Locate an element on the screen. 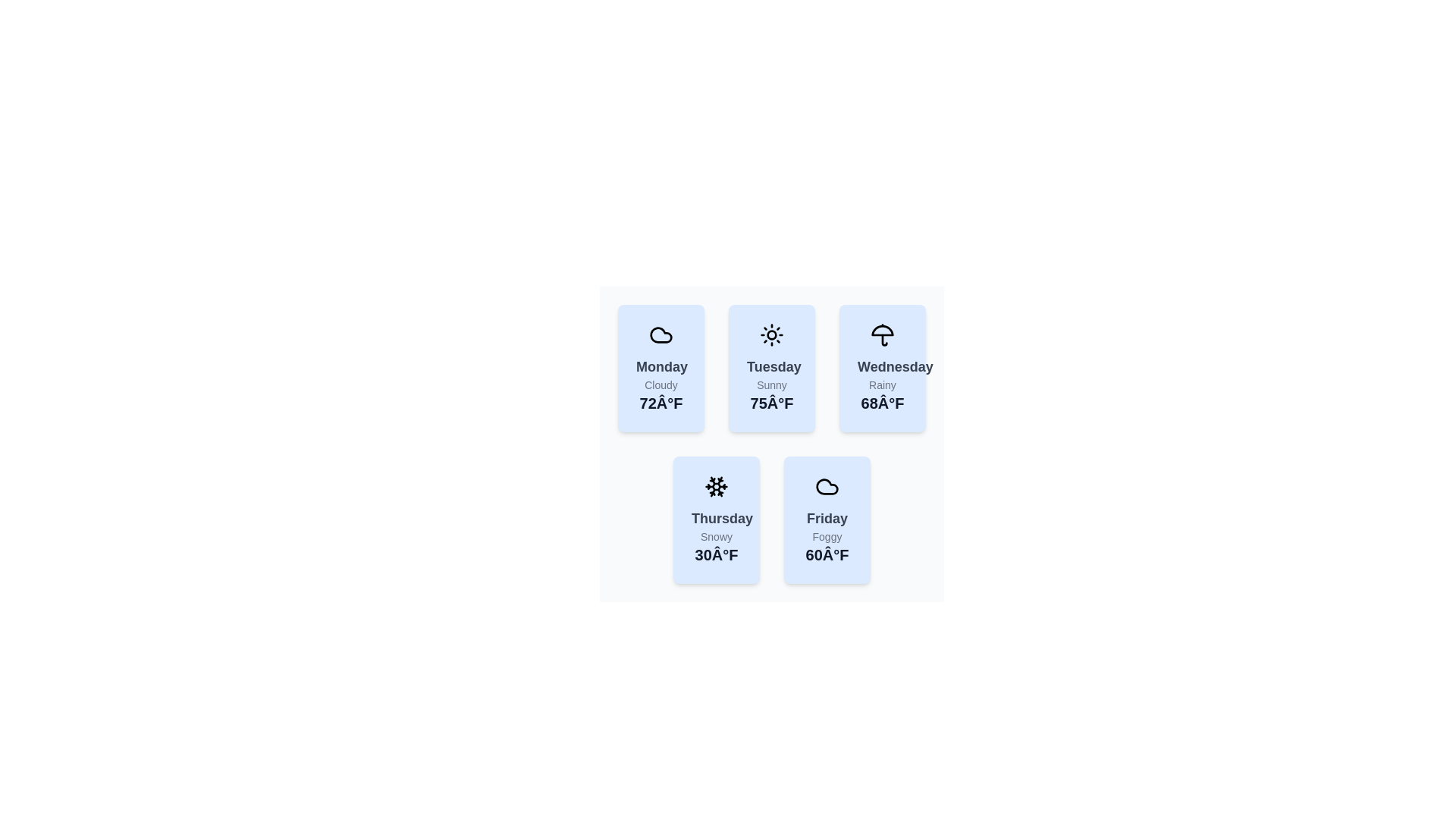  the bold text displaying '60°F' located at the bottom of the weather card for Friday is located at coordinates (826, 555).